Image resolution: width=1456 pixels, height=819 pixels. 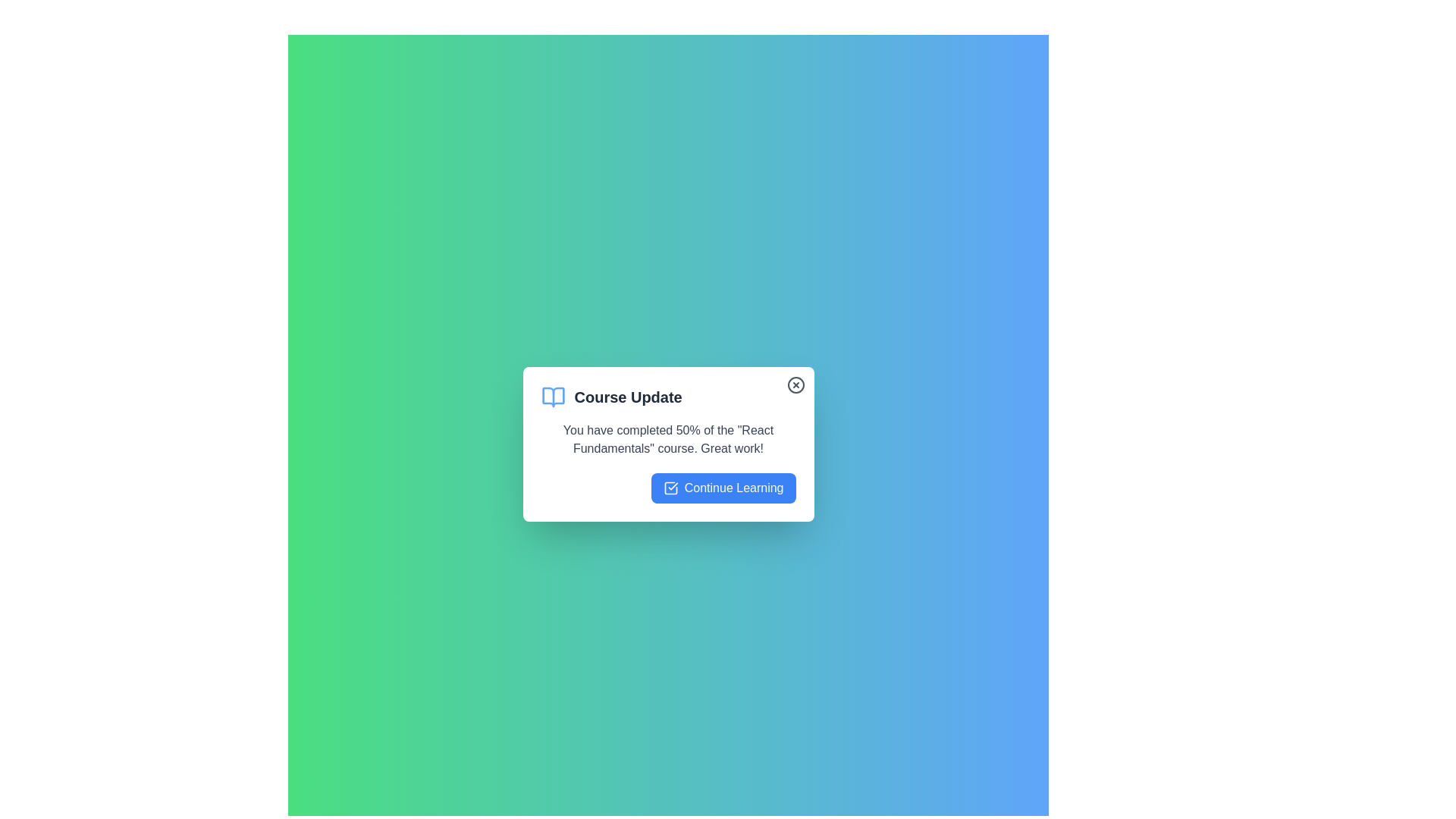 I want to click on the circular icon within the alert box located at the top-right corner of the box, which has a white center outlined in black, so click(x=795, y=384).